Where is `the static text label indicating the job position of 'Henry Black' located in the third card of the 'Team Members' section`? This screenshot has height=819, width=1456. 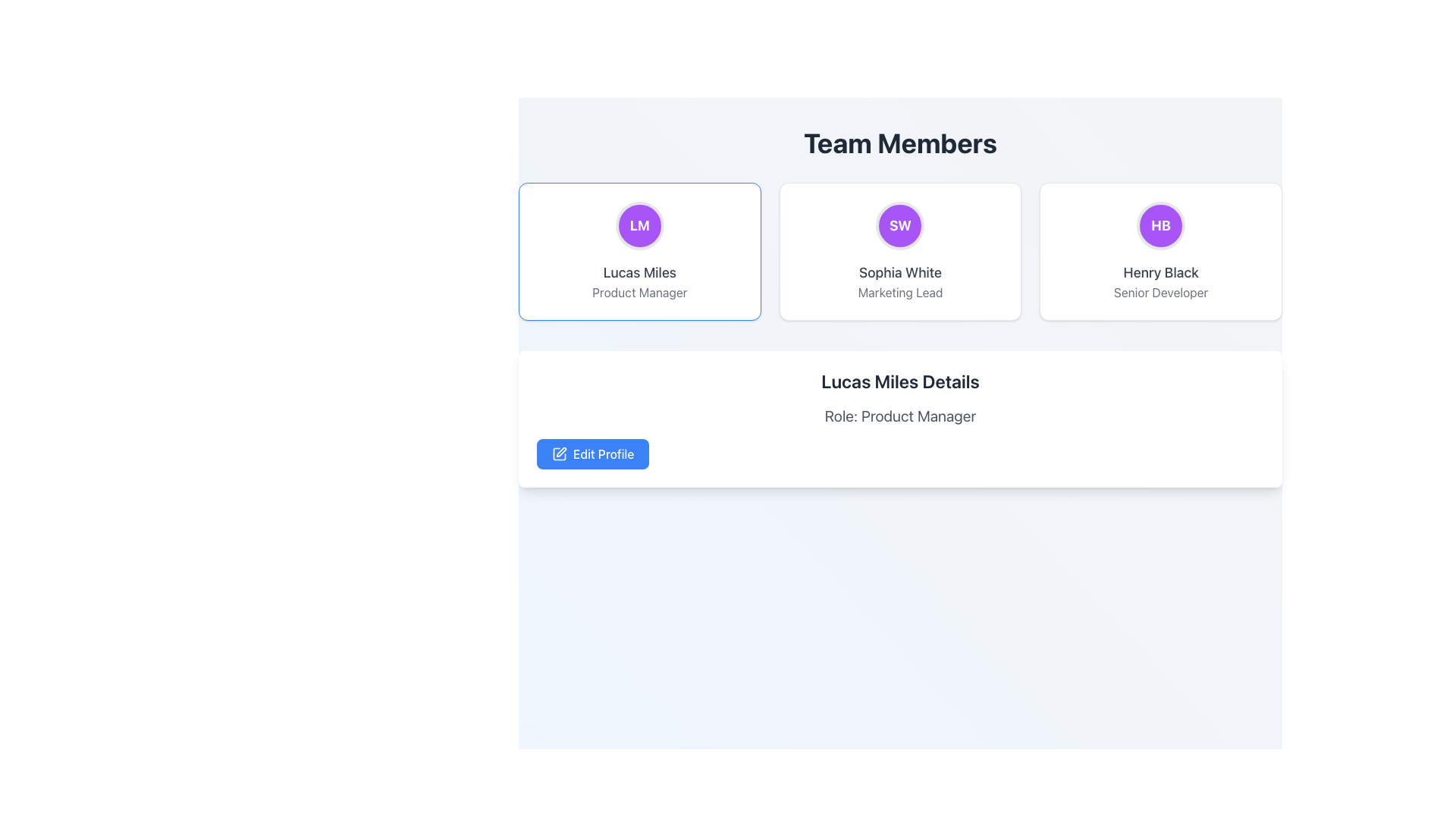
the static text label indicating the job position of 'Henry Black' located in the third card of the 'Team Members' section is located at coordinates (1160, 292).